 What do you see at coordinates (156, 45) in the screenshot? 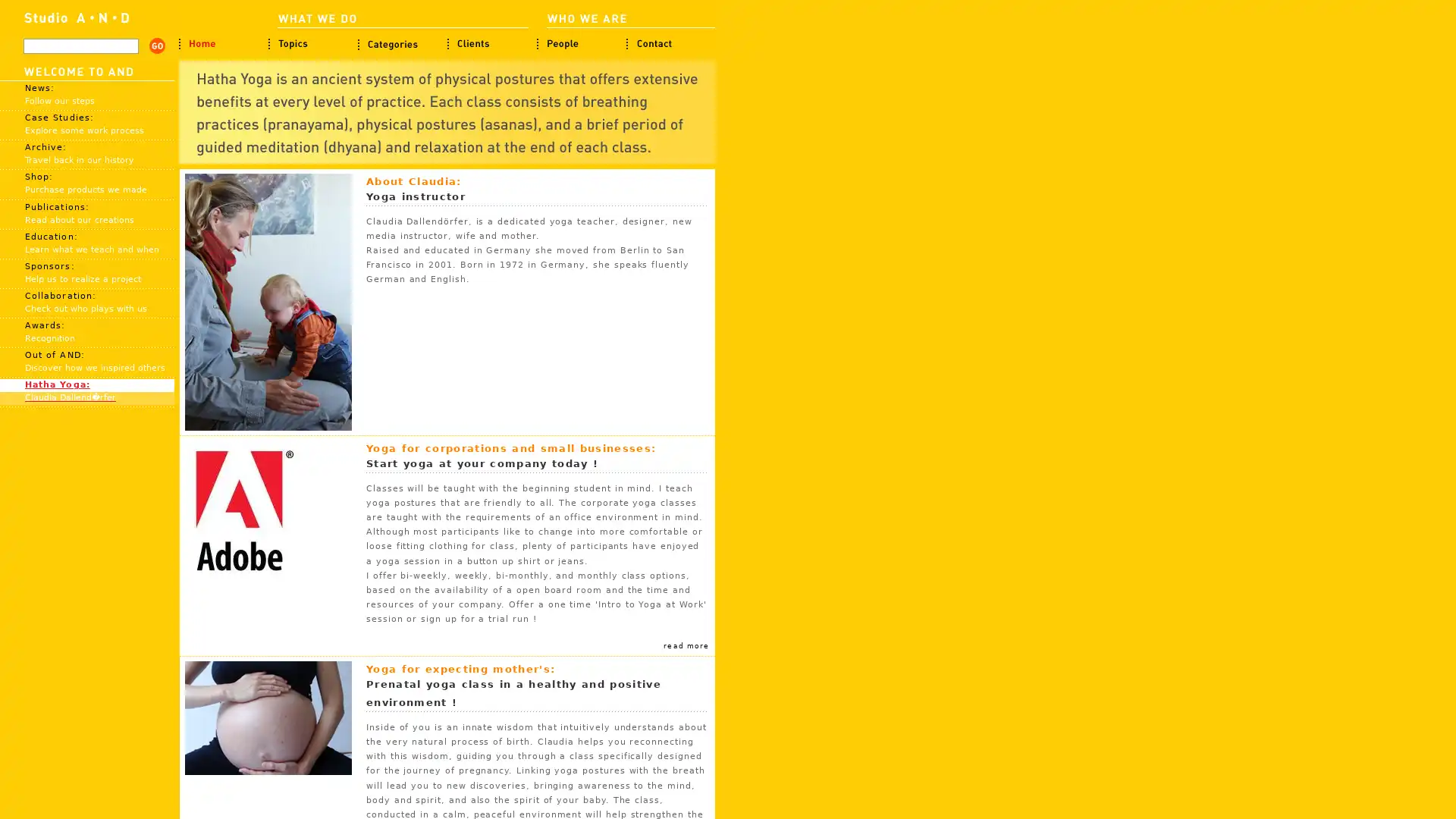
I see `search` at bounding box center [156, 45].